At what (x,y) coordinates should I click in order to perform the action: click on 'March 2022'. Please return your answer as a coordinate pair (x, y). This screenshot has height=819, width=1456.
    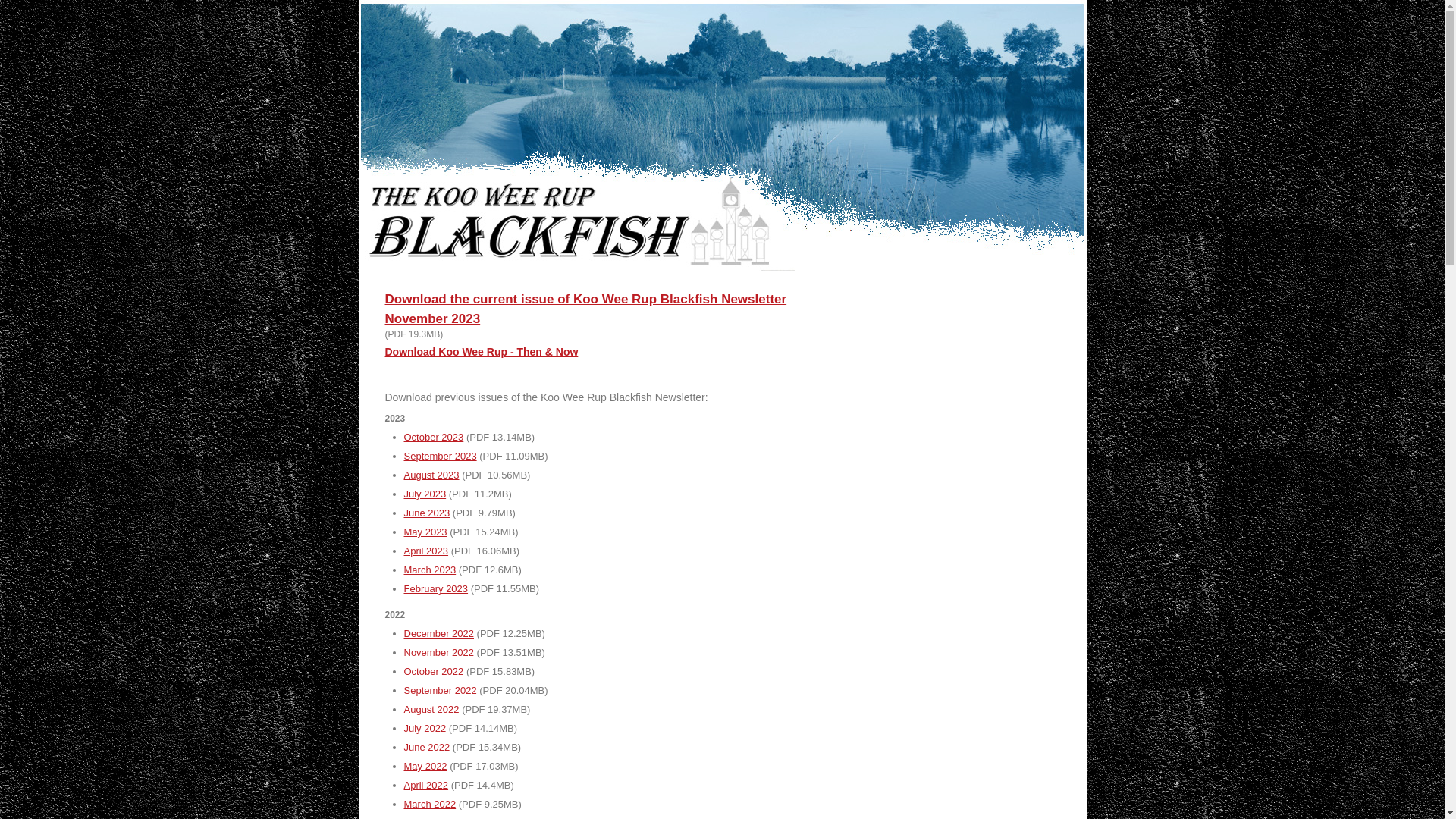
    Looking at the image, I should click on (428, 803).